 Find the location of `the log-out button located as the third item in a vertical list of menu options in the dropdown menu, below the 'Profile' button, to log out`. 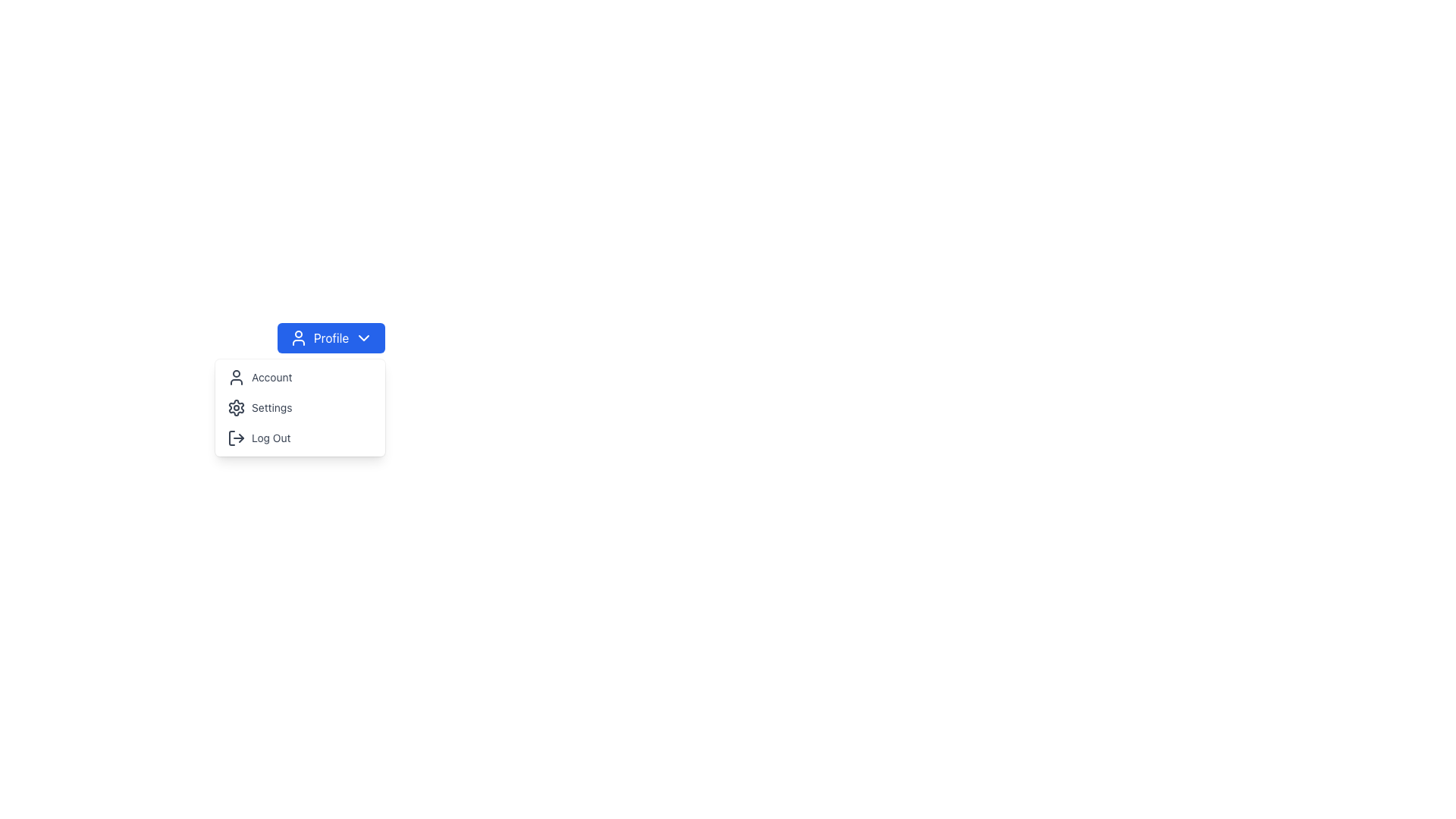

the log-out button located as the third item in a vertical list of menu options in the dropdown menu, below the 'Profile' button, to log out is located at coordinates (300, 438).